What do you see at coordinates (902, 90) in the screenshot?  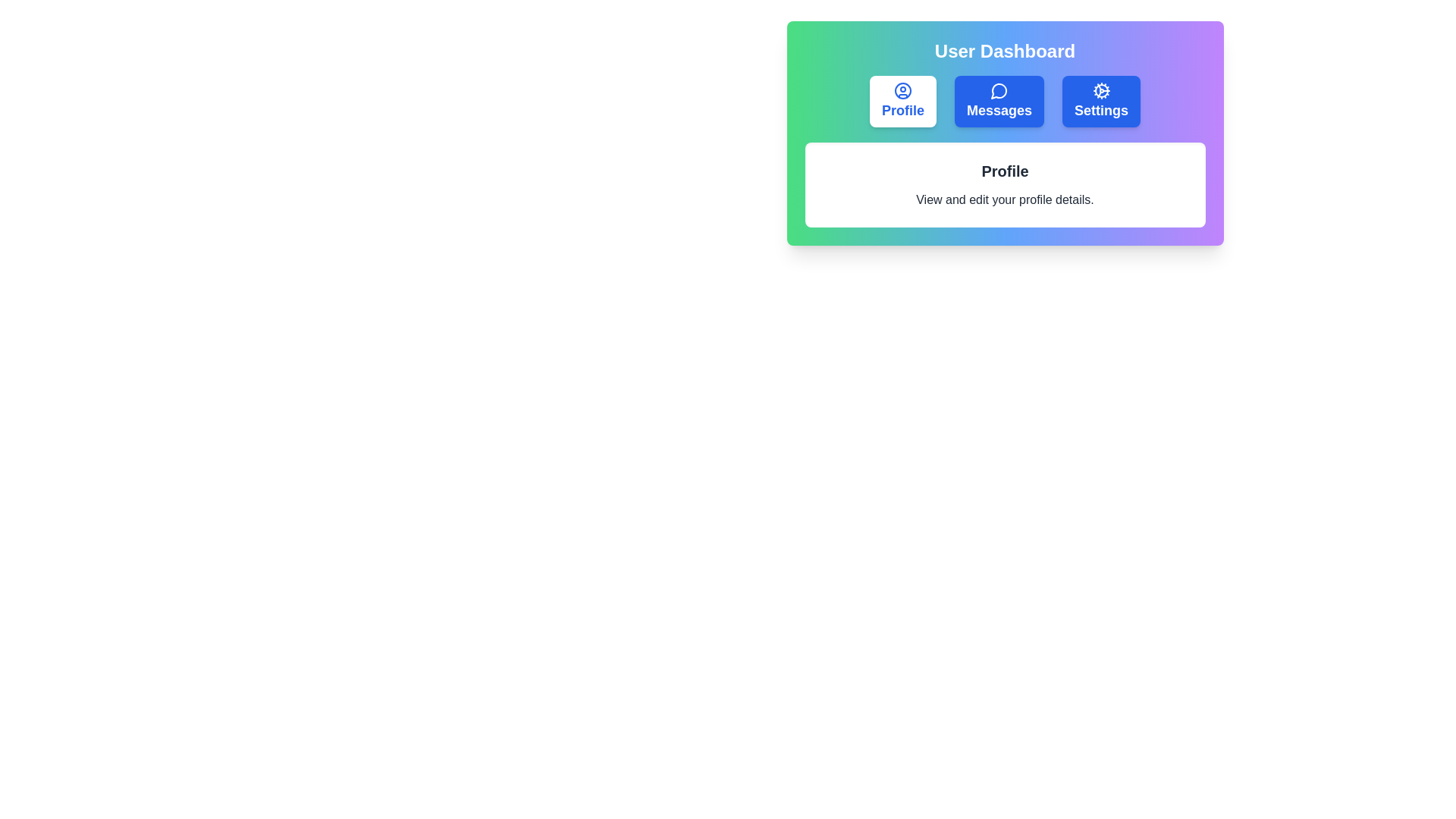 I see `the 'Profile' icon located in the first button from the left in the top row of the dashboard, which is part of a group of three buttons adjacent to 'Messages' and 'Settings'` at bounding box center [902, 90].